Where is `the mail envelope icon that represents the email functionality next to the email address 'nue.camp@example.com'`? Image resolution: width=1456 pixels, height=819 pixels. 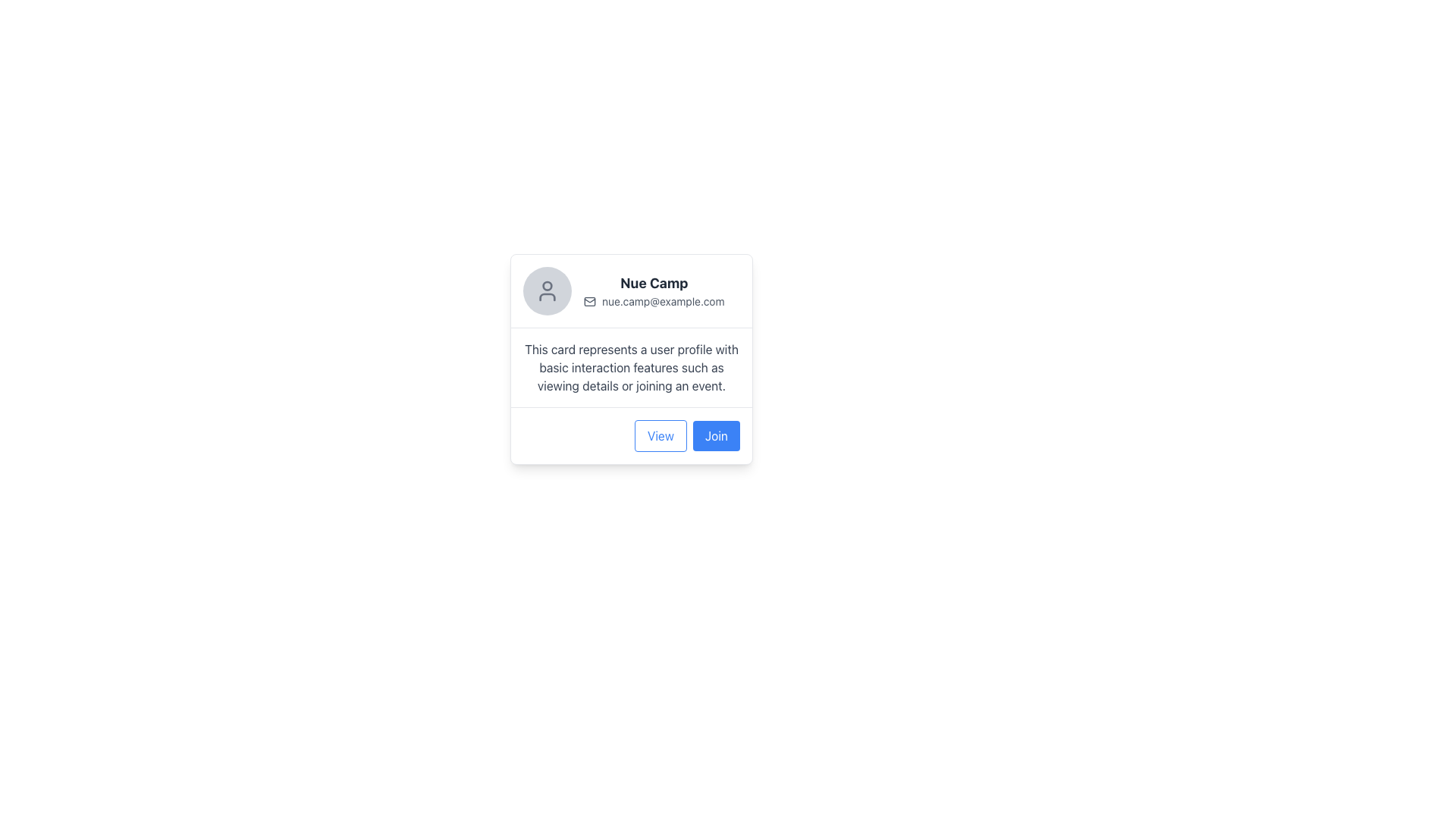 the mail envelope icon that represents the email functionality next to the email address 'nue.camp@example.com' is located at coordinates (588, 301).